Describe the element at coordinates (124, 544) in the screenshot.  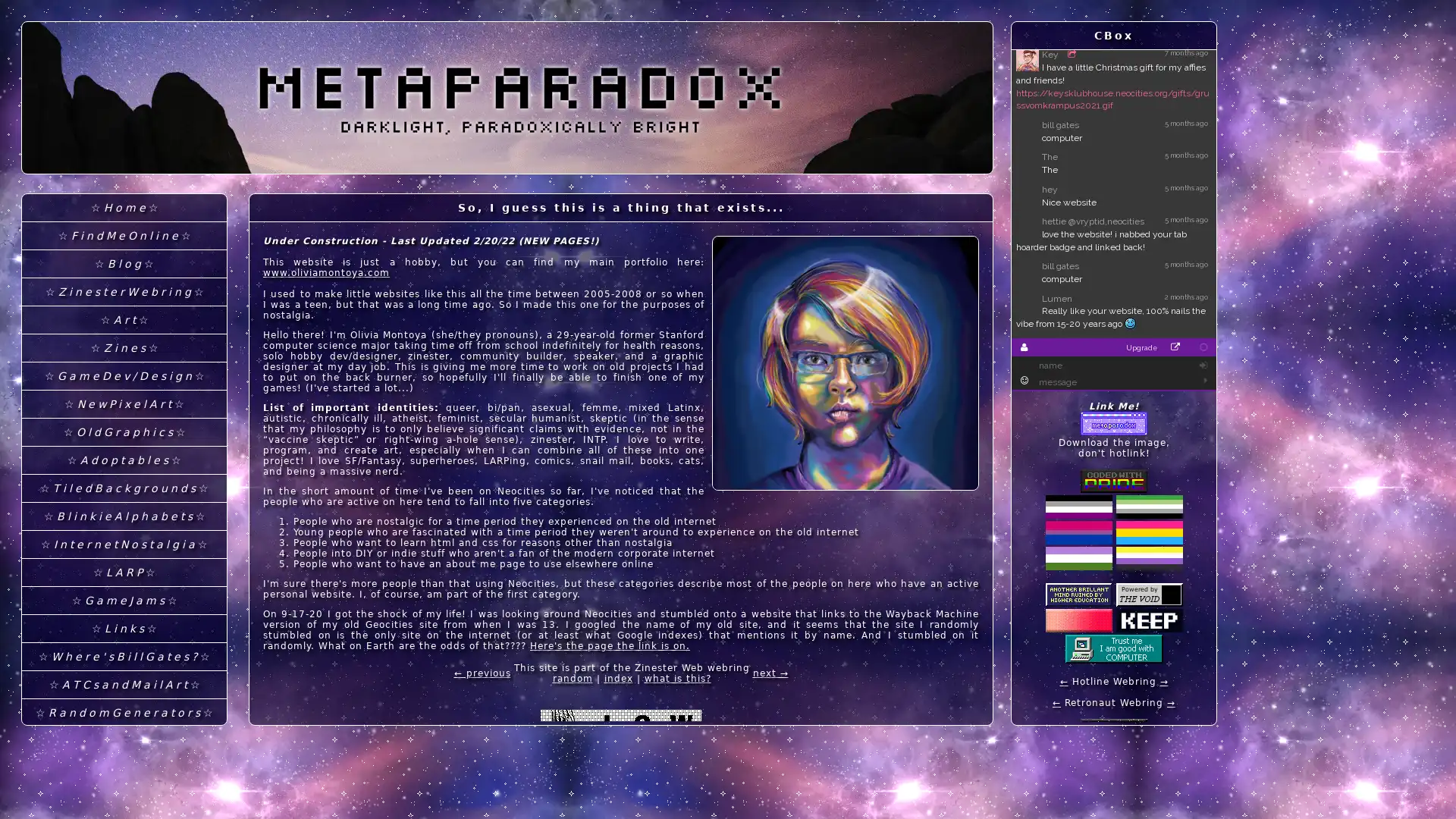
I see `I n t e r n e t N o s t a l g i a` at that location.